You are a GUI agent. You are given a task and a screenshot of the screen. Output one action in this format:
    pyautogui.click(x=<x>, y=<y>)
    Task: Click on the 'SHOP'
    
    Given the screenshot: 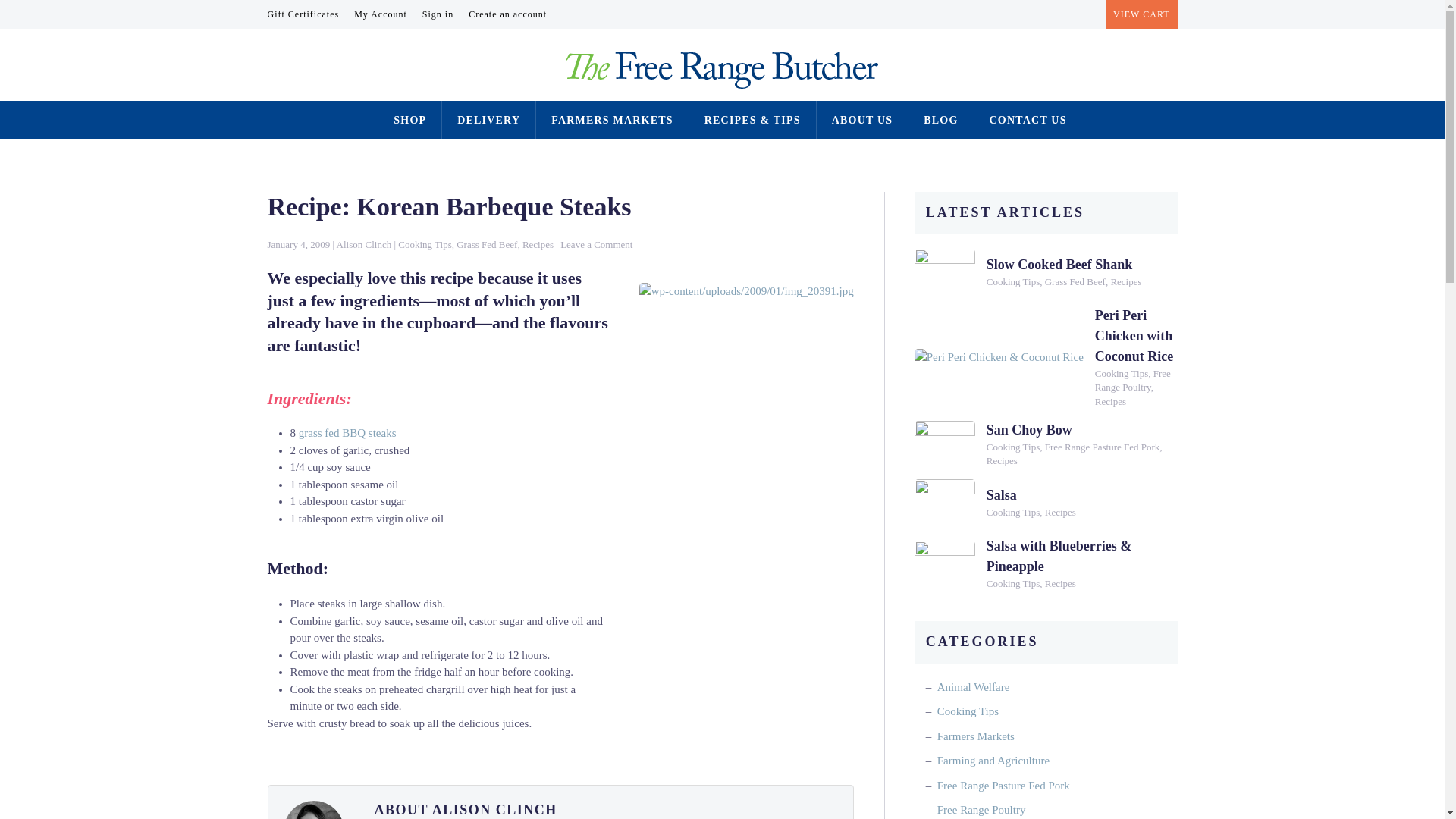 What is the action you would take?
    pyautogui.click(x=393, y=119)
    